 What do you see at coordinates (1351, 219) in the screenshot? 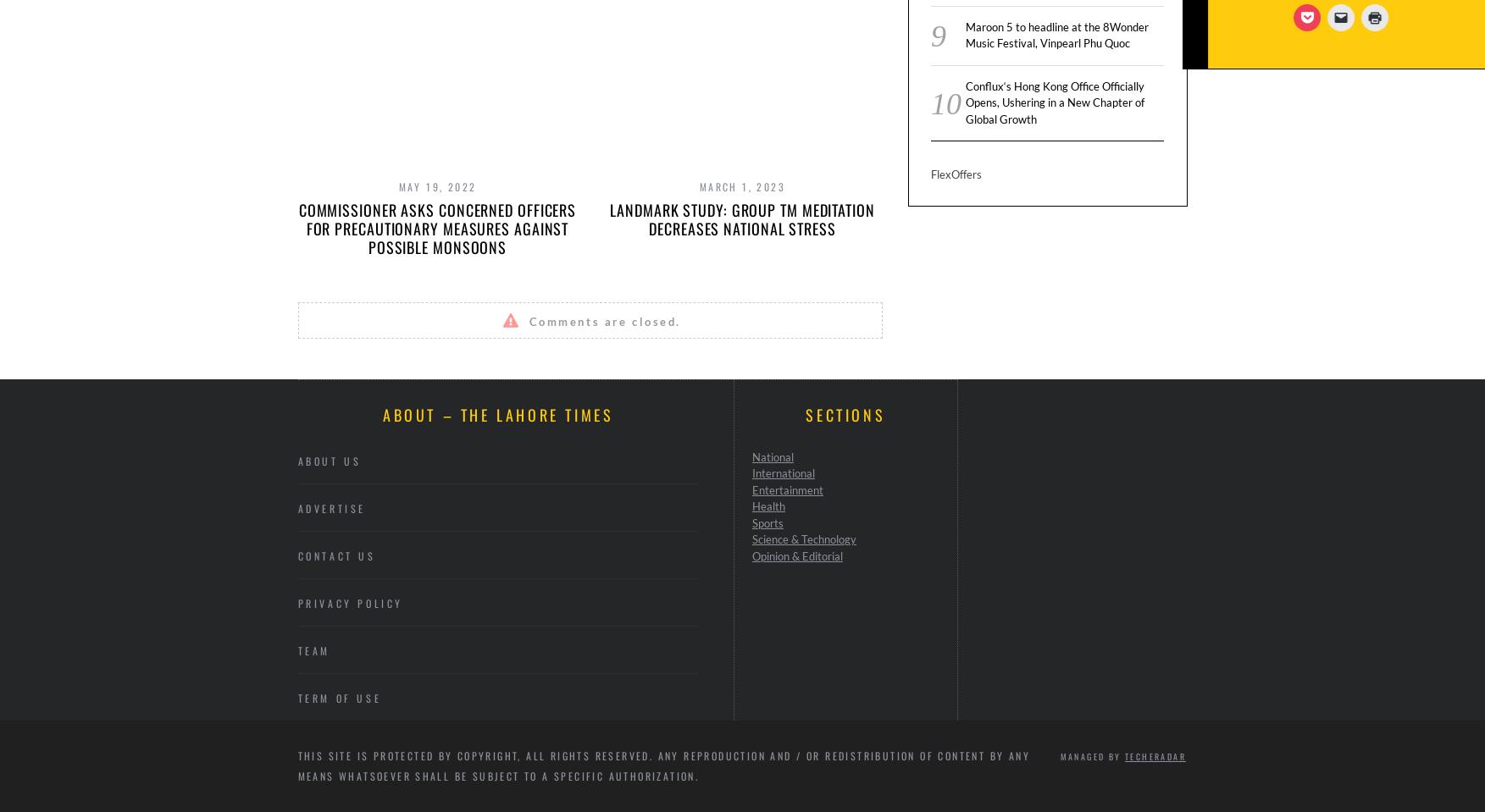
I see `'Christmas Charity Giveaway with London Square'` at bounding box center [1351, 219].